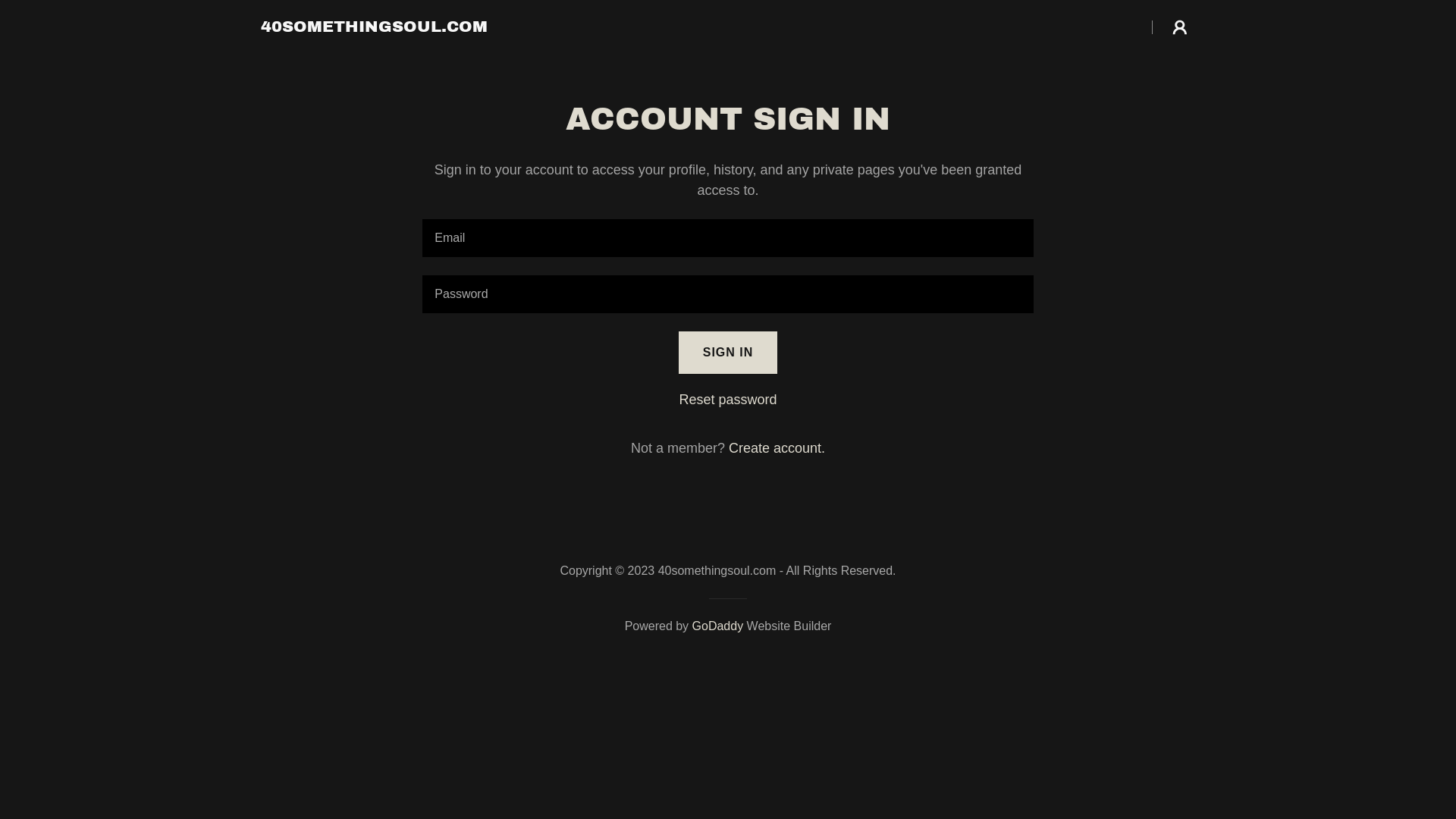  I want to click on 'Create account.', so click(777, 447).